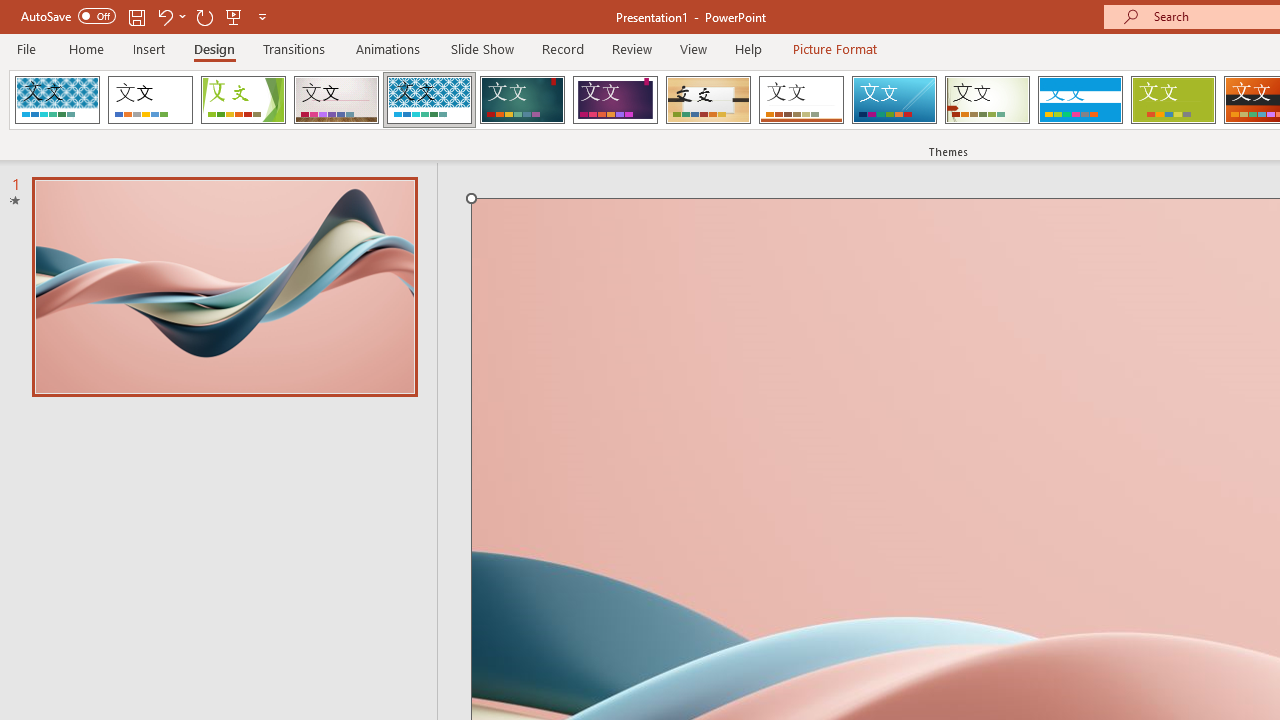 The width and height of the screenshot is (1280, 720). Describe the element at coordinates (708, 100) in the screenshot. I see `'Organic'` at that location.